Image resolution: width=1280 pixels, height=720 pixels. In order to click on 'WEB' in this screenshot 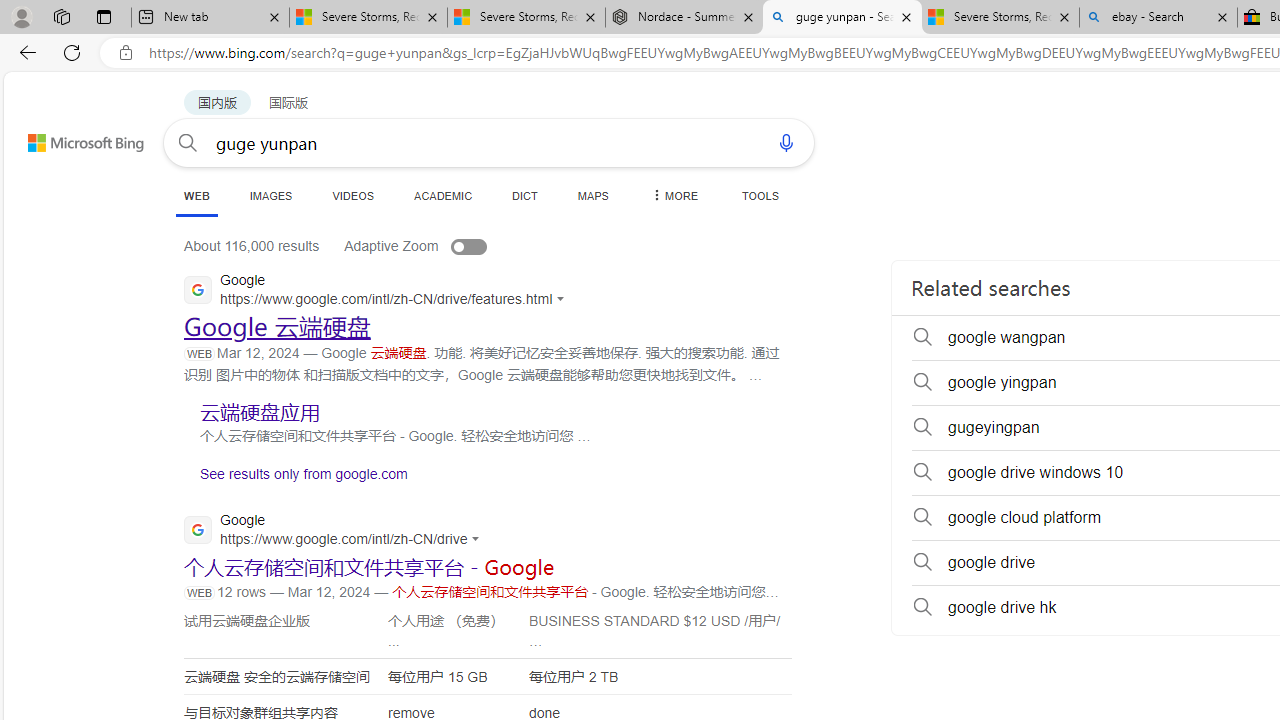, I will do `click(197, 195)`.